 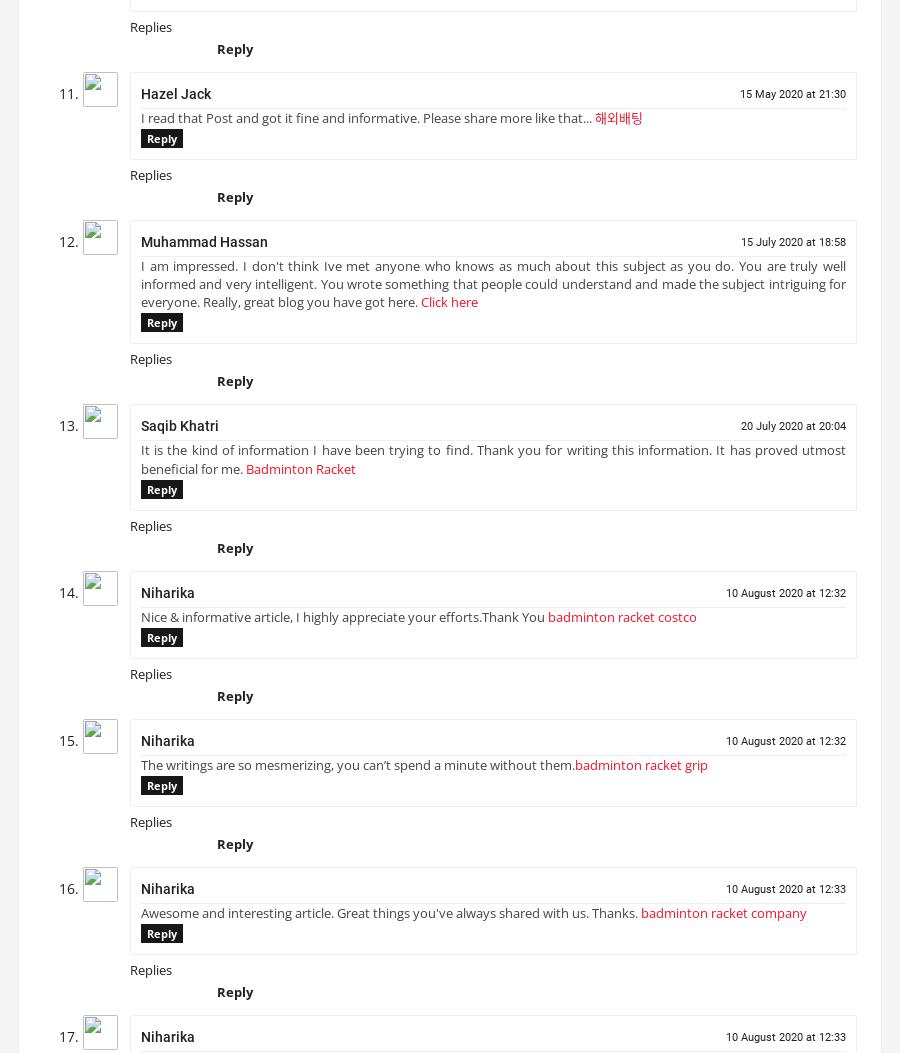 I want to click on 'The writings are so mesmerizing, you can’t spend a minute without them.', so click(x=141, y=771).